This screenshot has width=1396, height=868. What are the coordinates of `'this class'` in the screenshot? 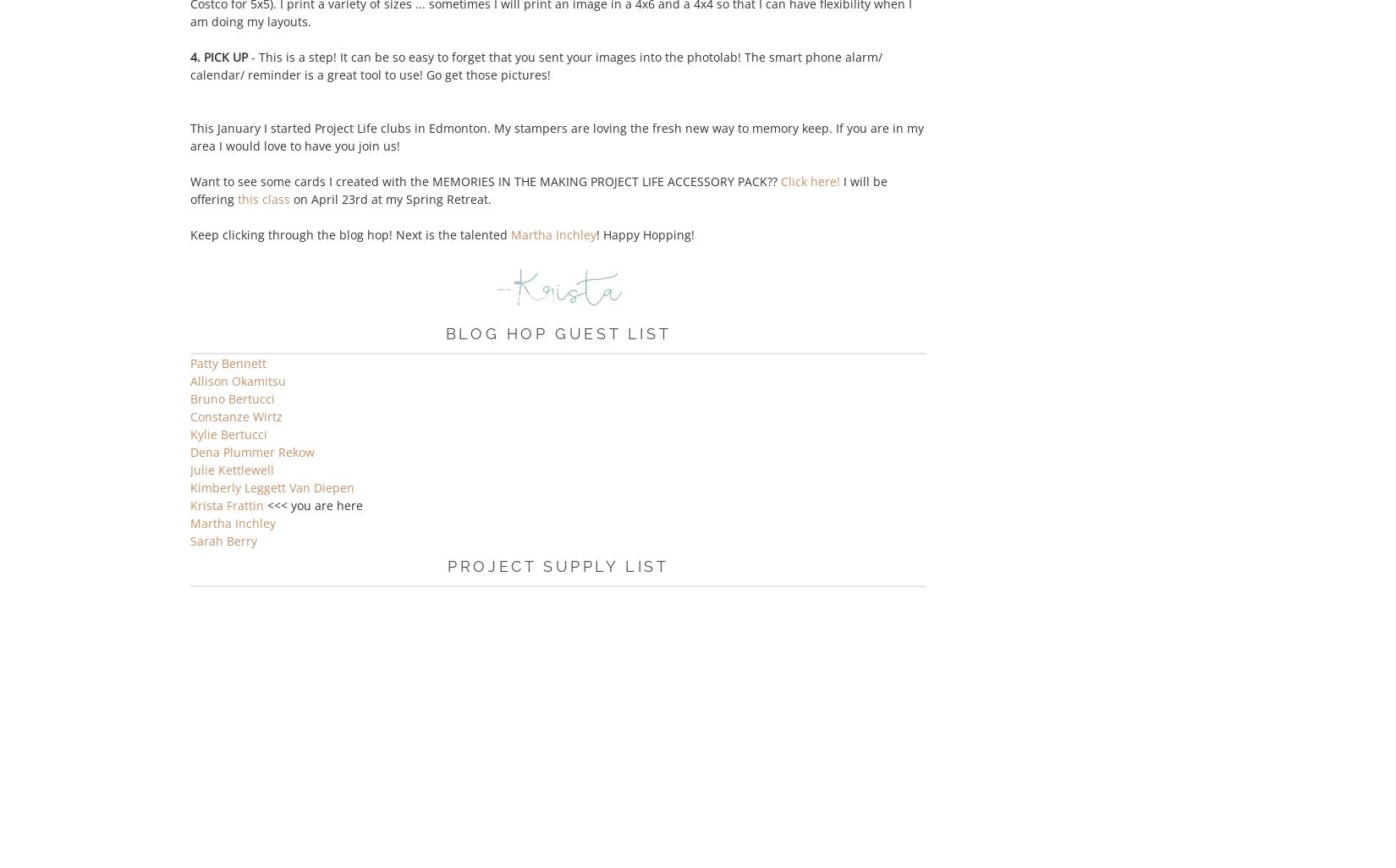 It's located at (237, 199).